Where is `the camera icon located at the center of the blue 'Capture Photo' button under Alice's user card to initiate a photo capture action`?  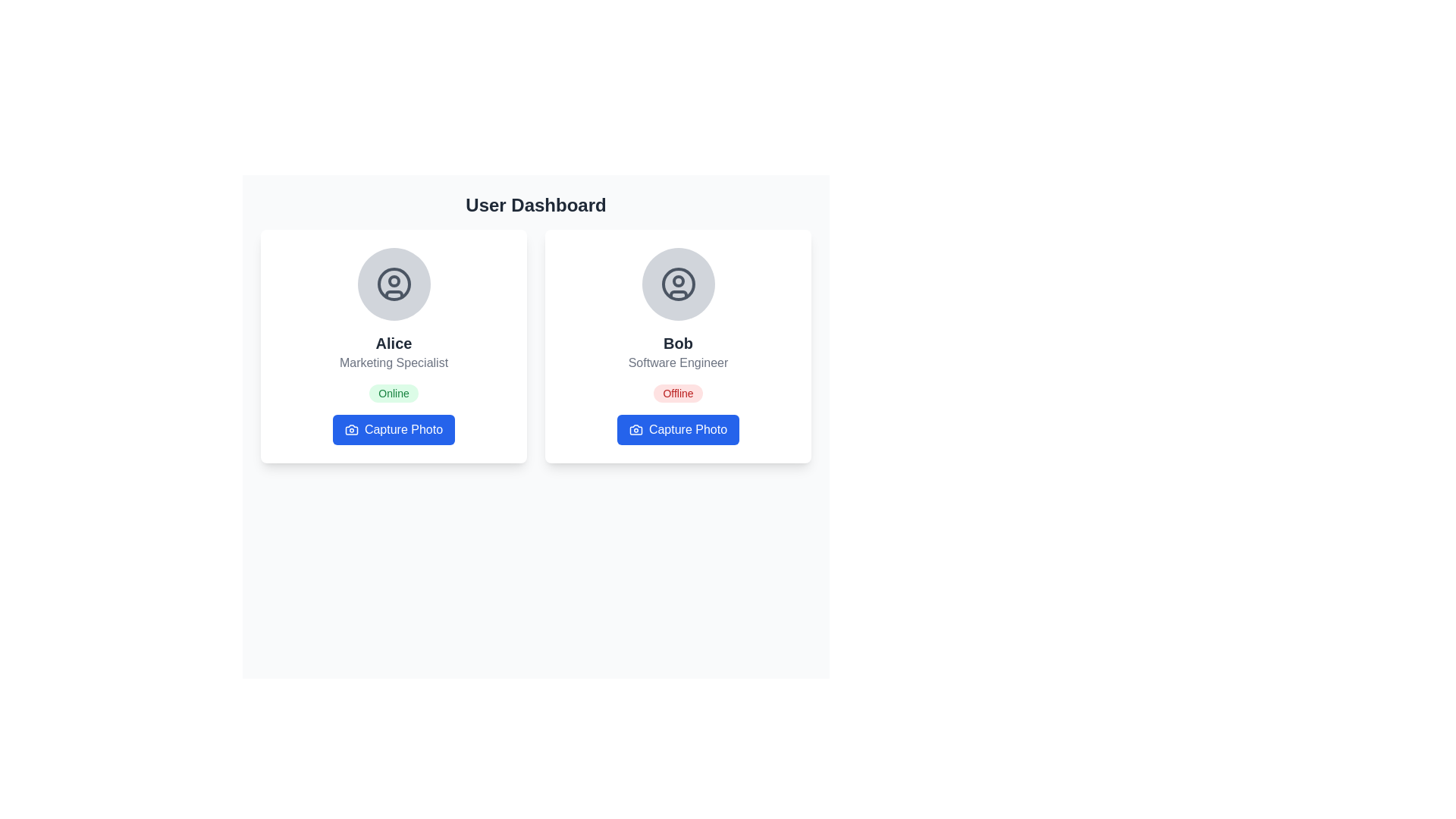
the camera icon located at the center of the blue 'Capture Photo' button under Alice's user card to initiate a photo capture action is located at coordinates (350, 430).